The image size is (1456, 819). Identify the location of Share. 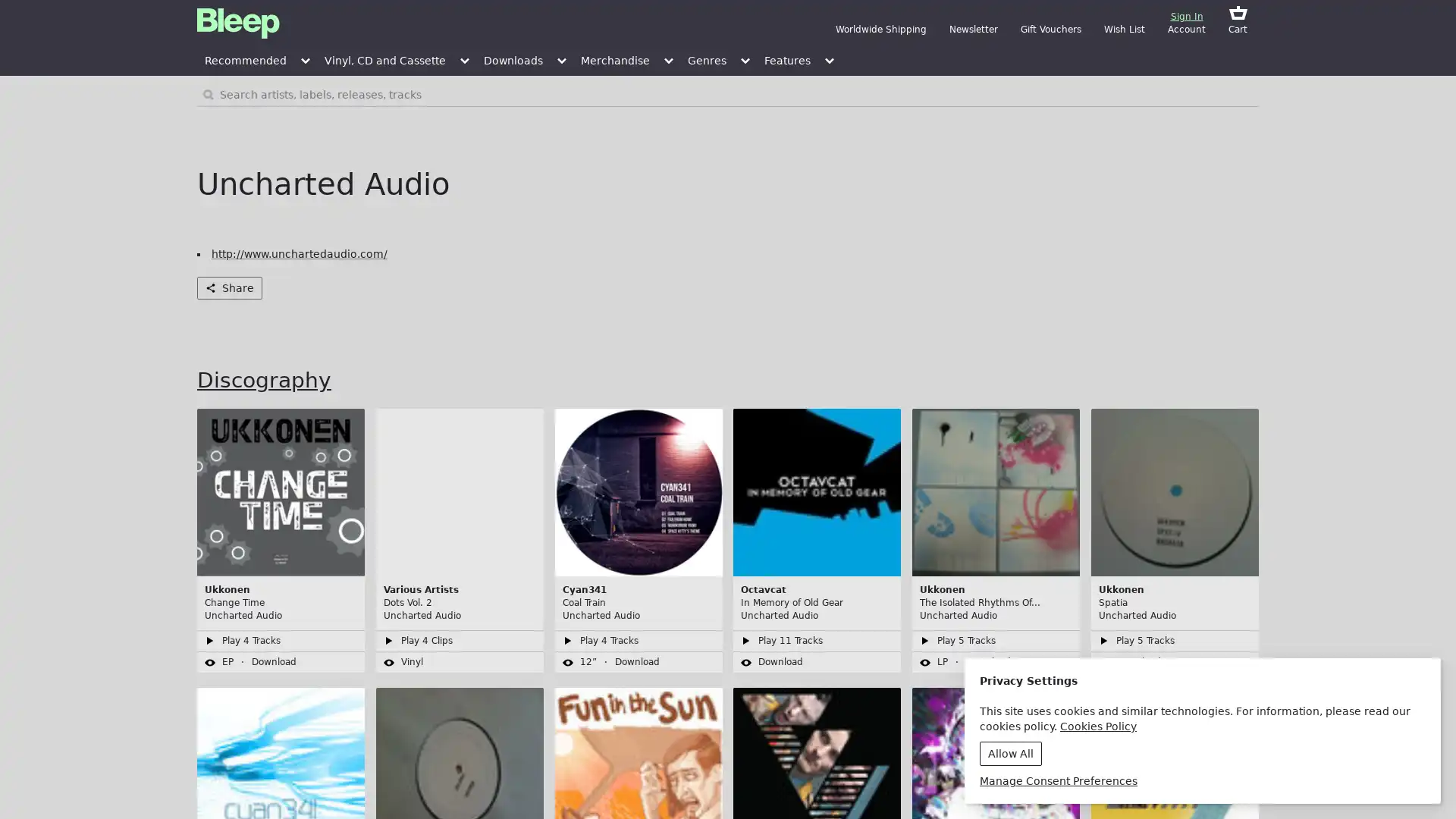
(228, 288).